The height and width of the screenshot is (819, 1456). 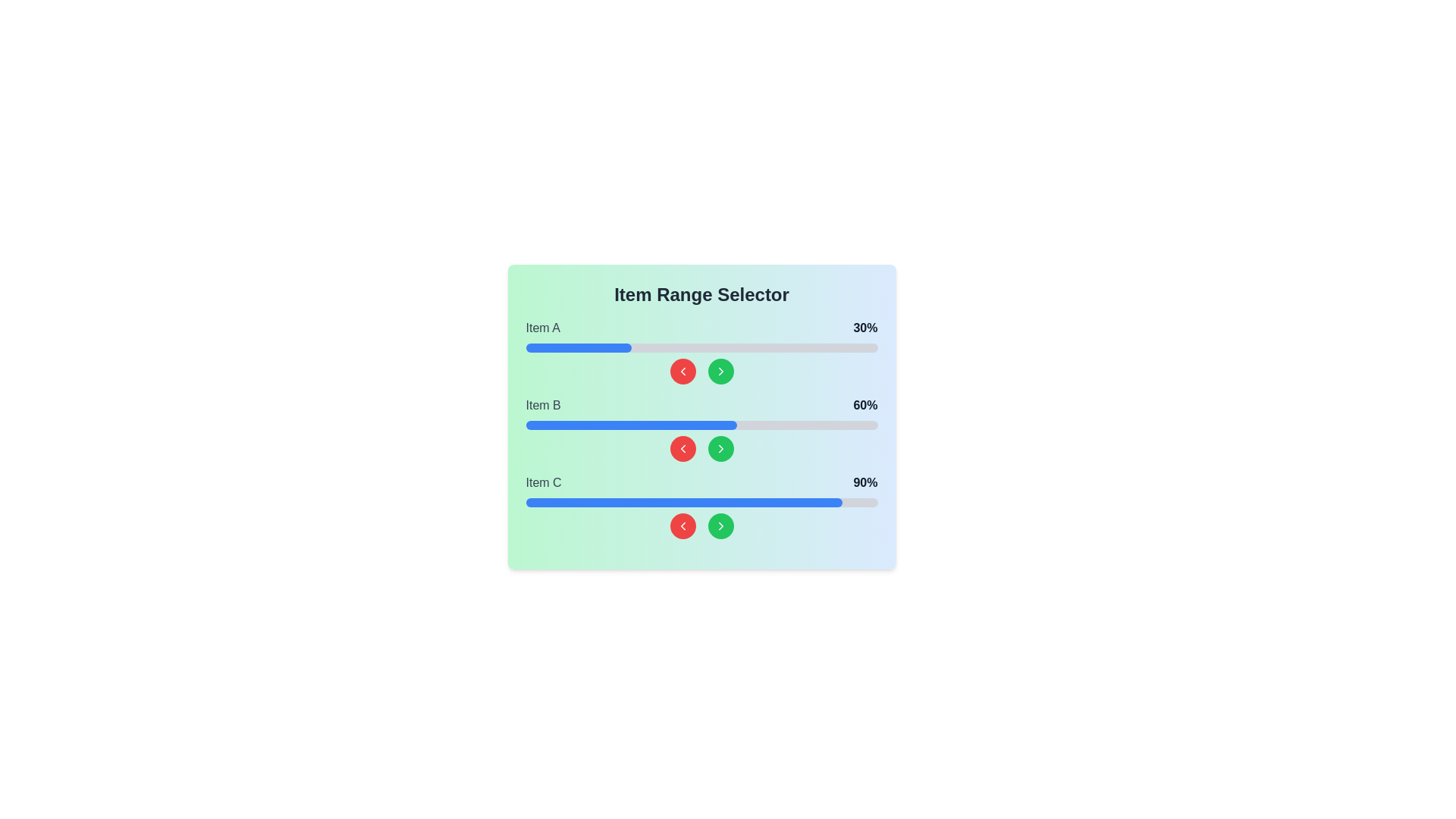 I want to click on the left arrow icon button with a red circular background, located to the left of the green circular button in the 'Item B' range slider, so click(x=682, y=371).